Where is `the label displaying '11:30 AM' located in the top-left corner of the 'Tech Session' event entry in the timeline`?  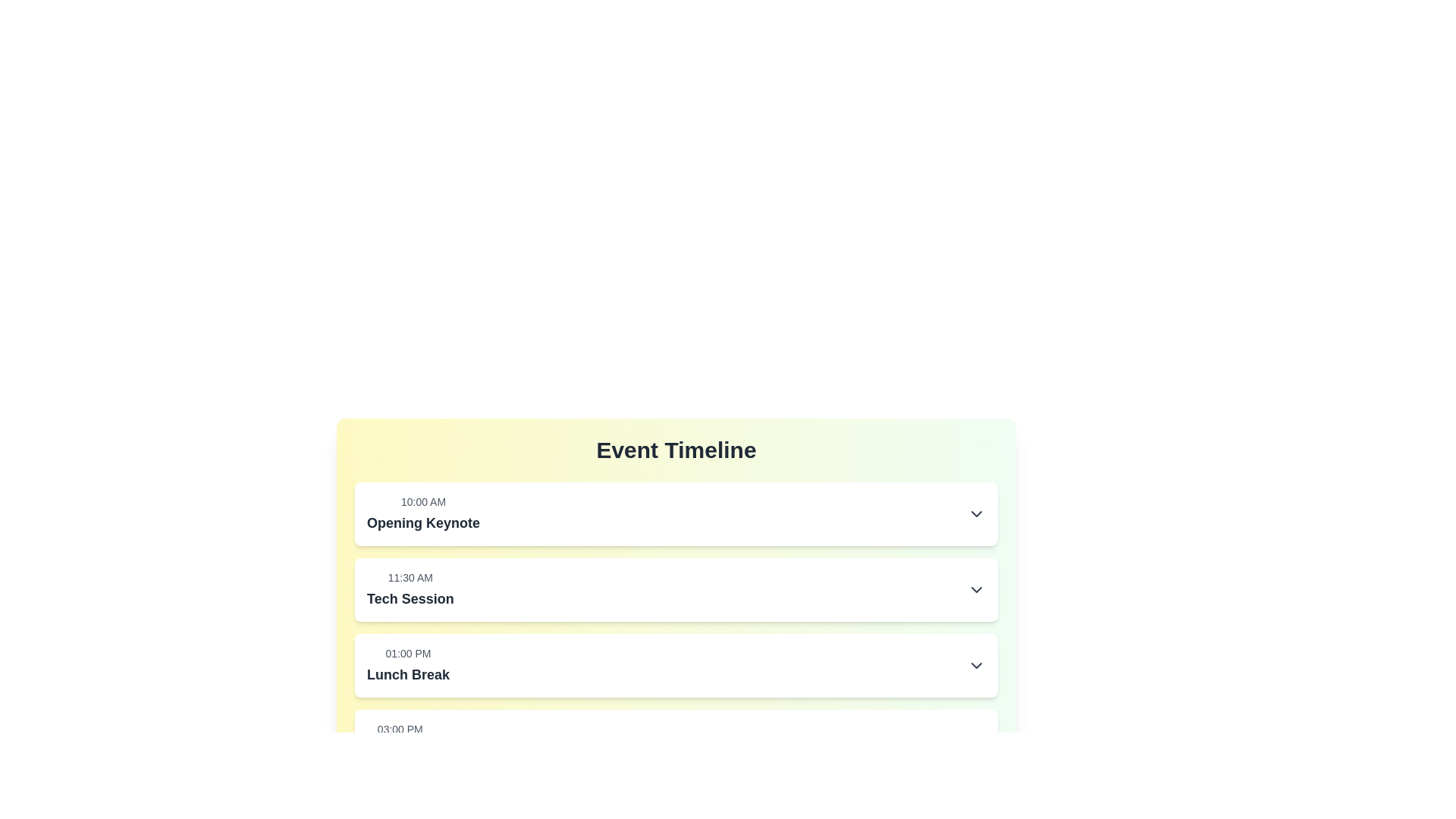
the label displaying '11:30 AM' located in the top-left corner of the 'Tech Session' event entry in the timeline is located at coordinates (410, 578).